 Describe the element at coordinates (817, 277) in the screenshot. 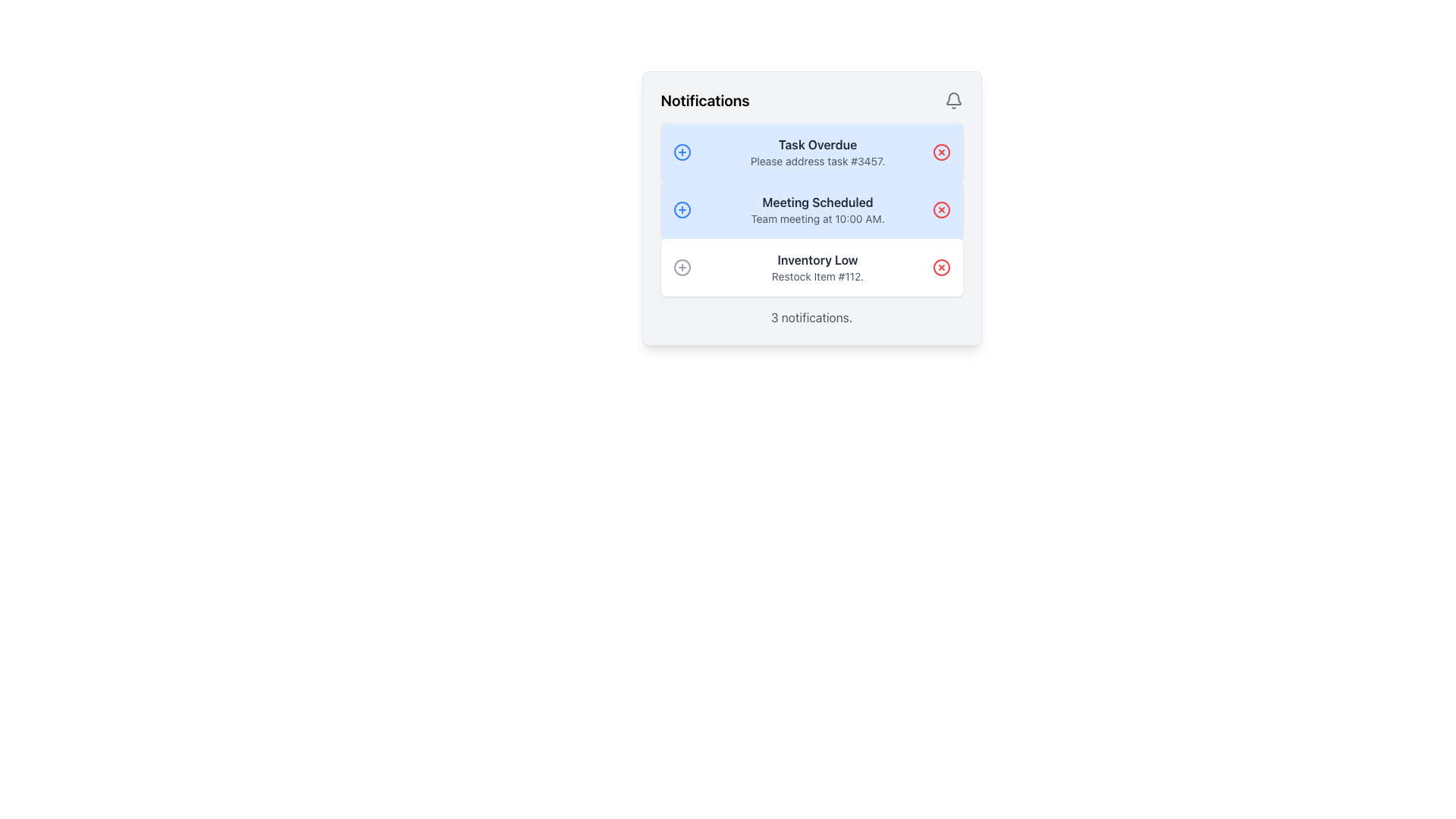

I see `the text label that provides additional details related to the 'Inventory Low' notification, located in the third notification card below the bolded text 'Inventory Low'` at that location.